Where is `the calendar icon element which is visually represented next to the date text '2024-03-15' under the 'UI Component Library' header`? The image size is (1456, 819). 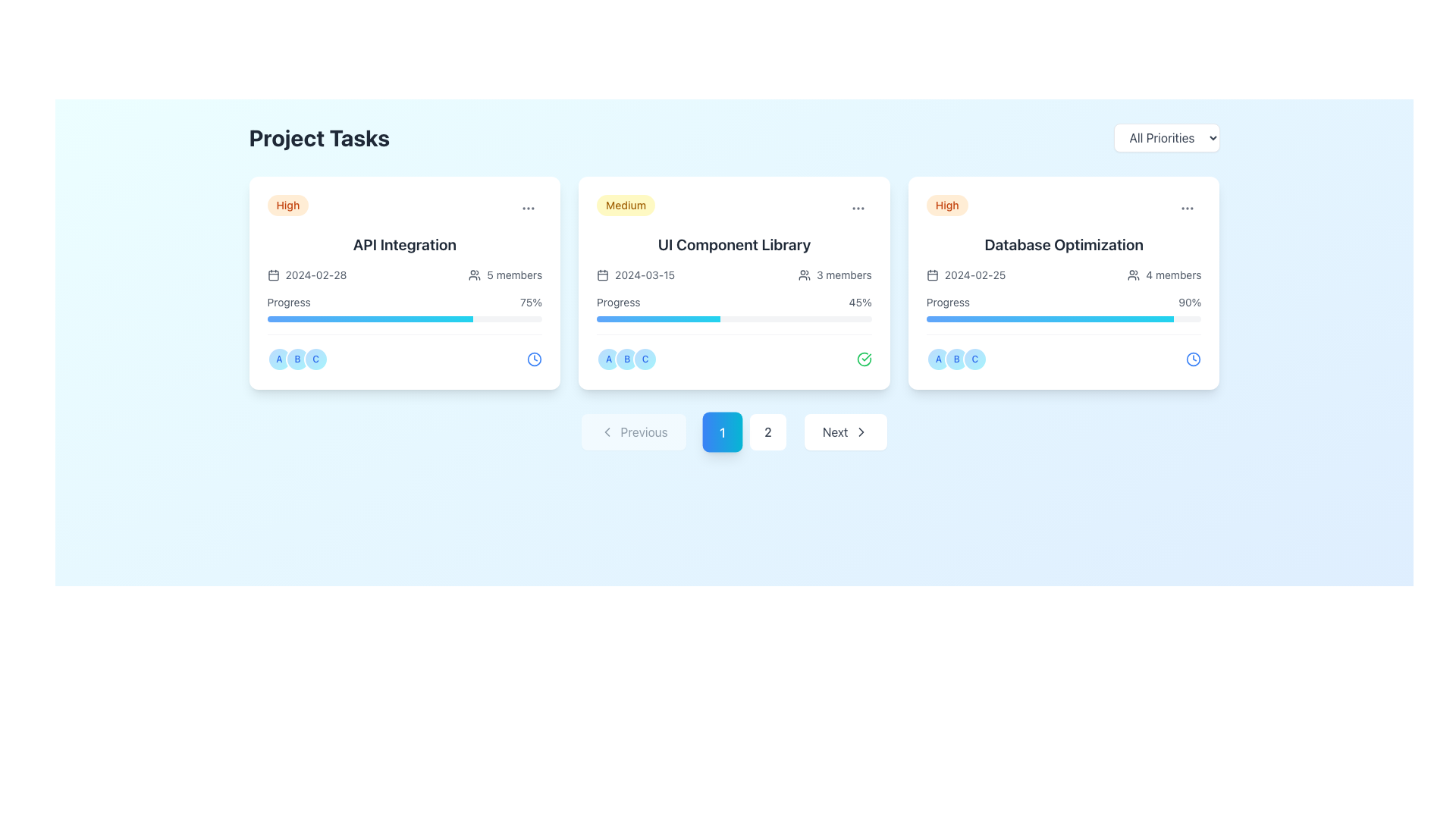
the calendar icon element which is visually represented next to the date text '2024-03-15' under the 'UI Component Library' header is located at coordinates (602, 275).